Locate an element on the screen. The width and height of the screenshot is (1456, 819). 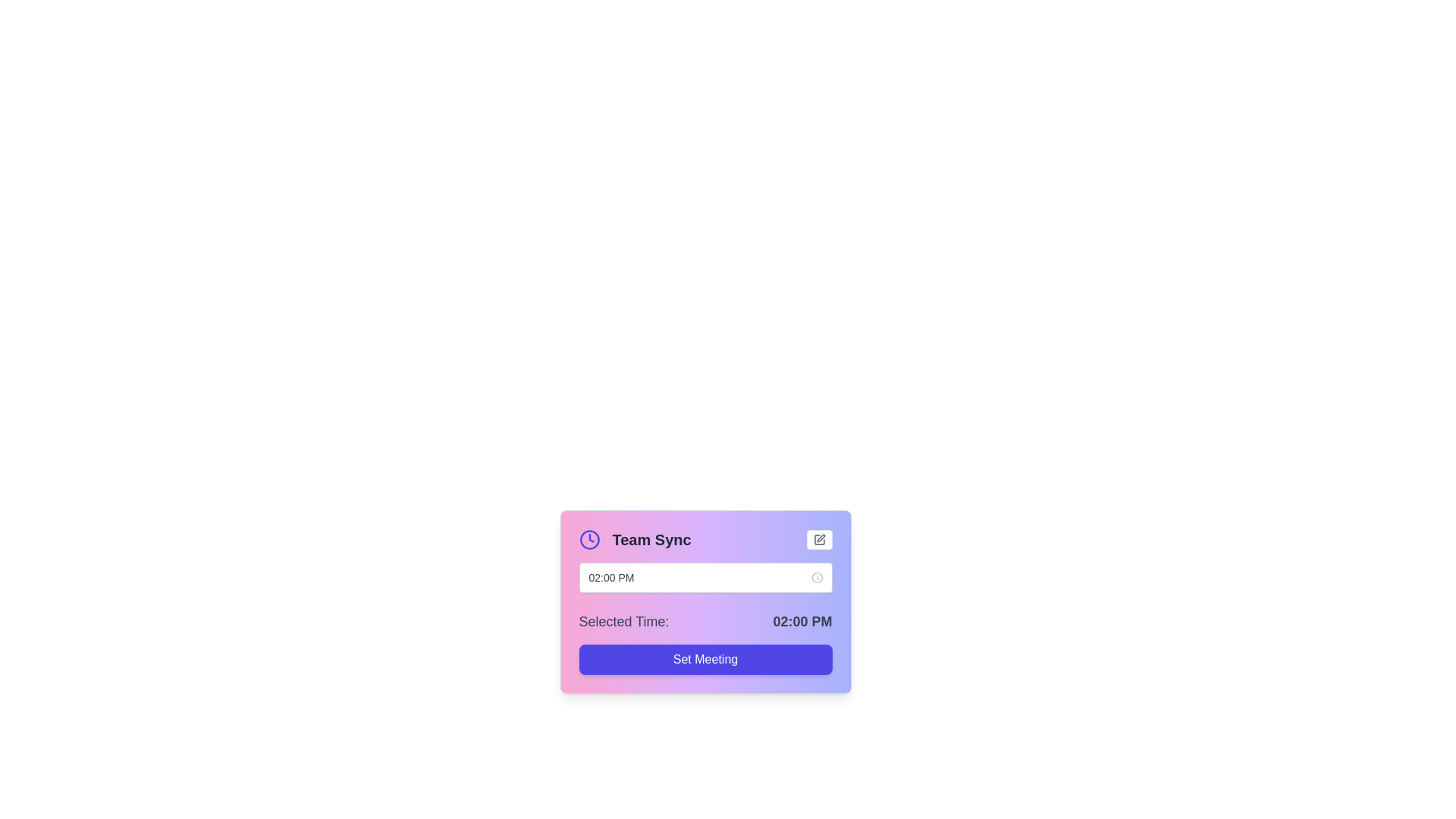
the icon button located in the top-right area of the panel, which features a pencil graphic indicating editing functionality is located at coordinates (818, 539).